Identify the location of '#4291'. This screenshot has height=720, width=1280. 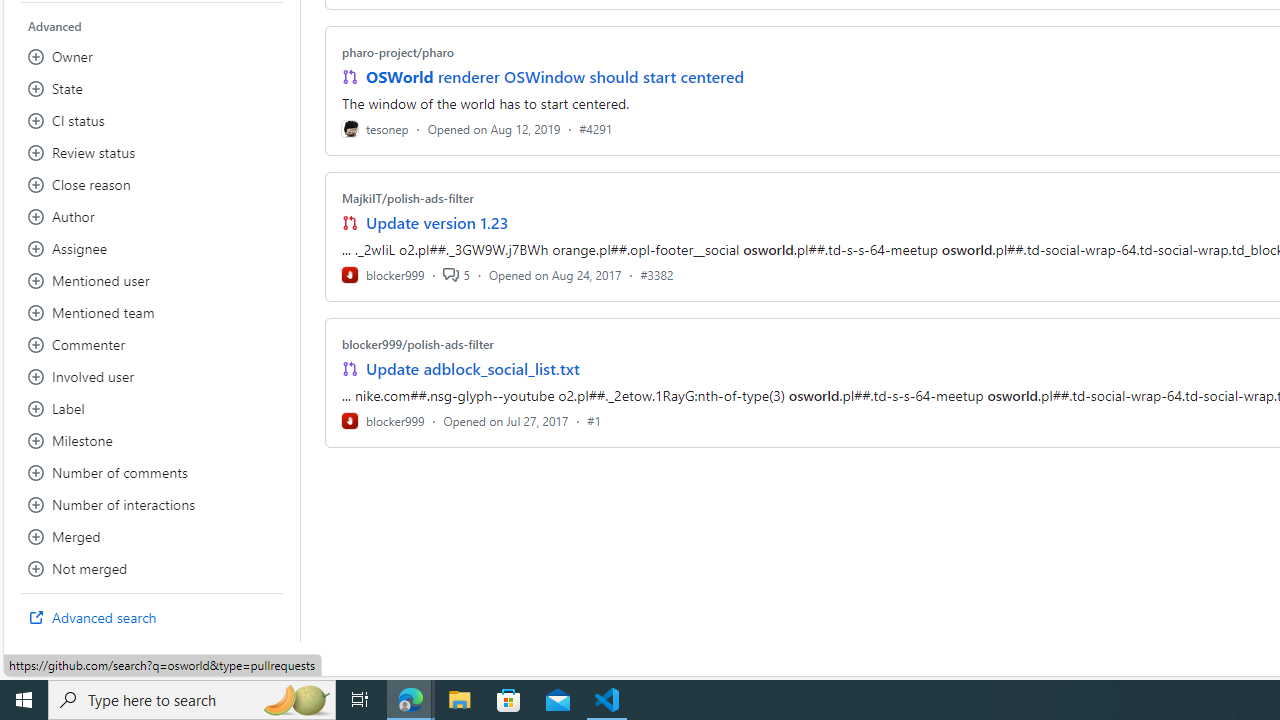
(594, 128).